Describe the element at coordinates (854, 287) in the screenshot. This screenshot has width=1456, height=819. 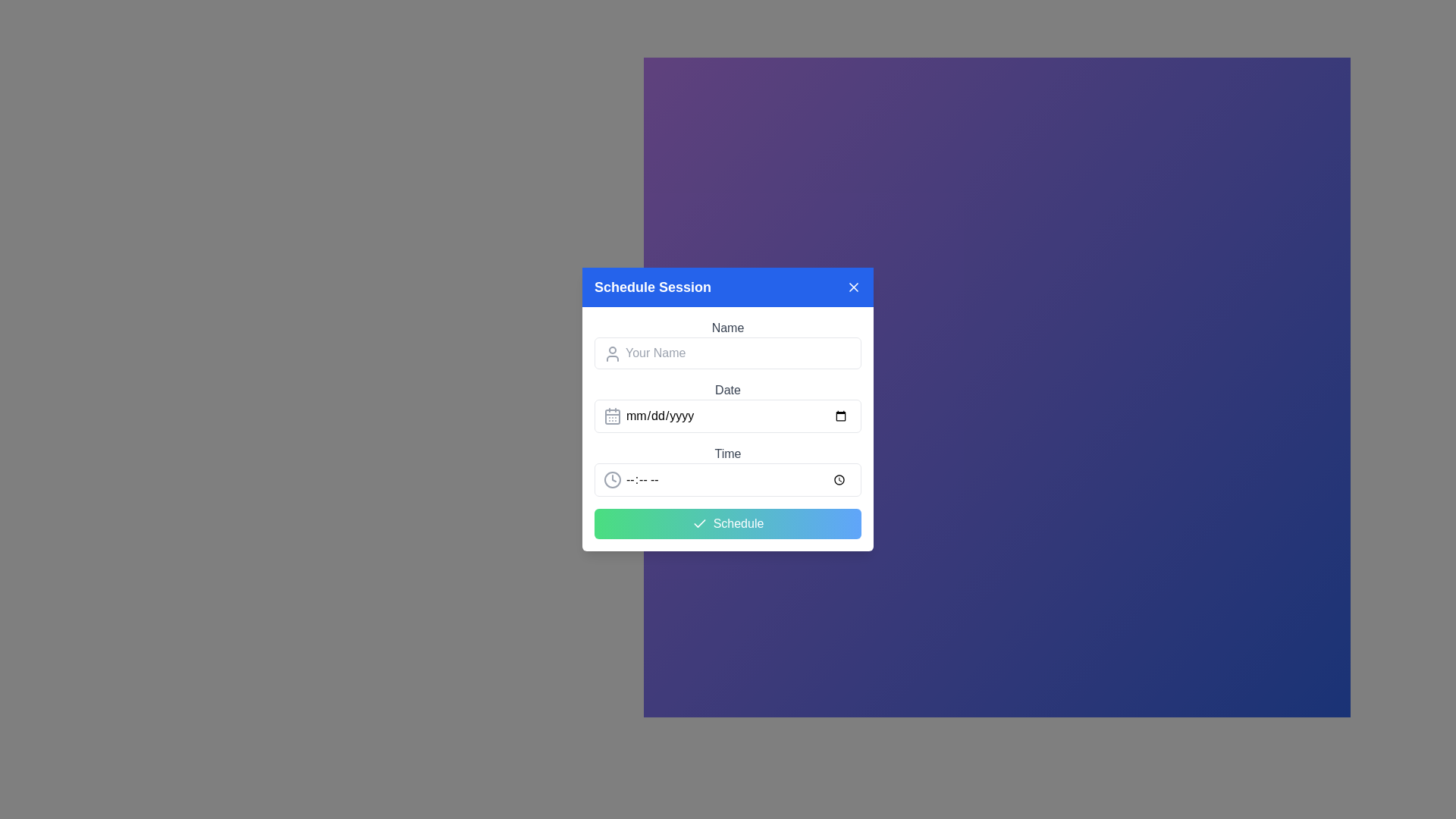
I see `the close button in the top-right corner of the 'Schedule Session' dialog` at that location.